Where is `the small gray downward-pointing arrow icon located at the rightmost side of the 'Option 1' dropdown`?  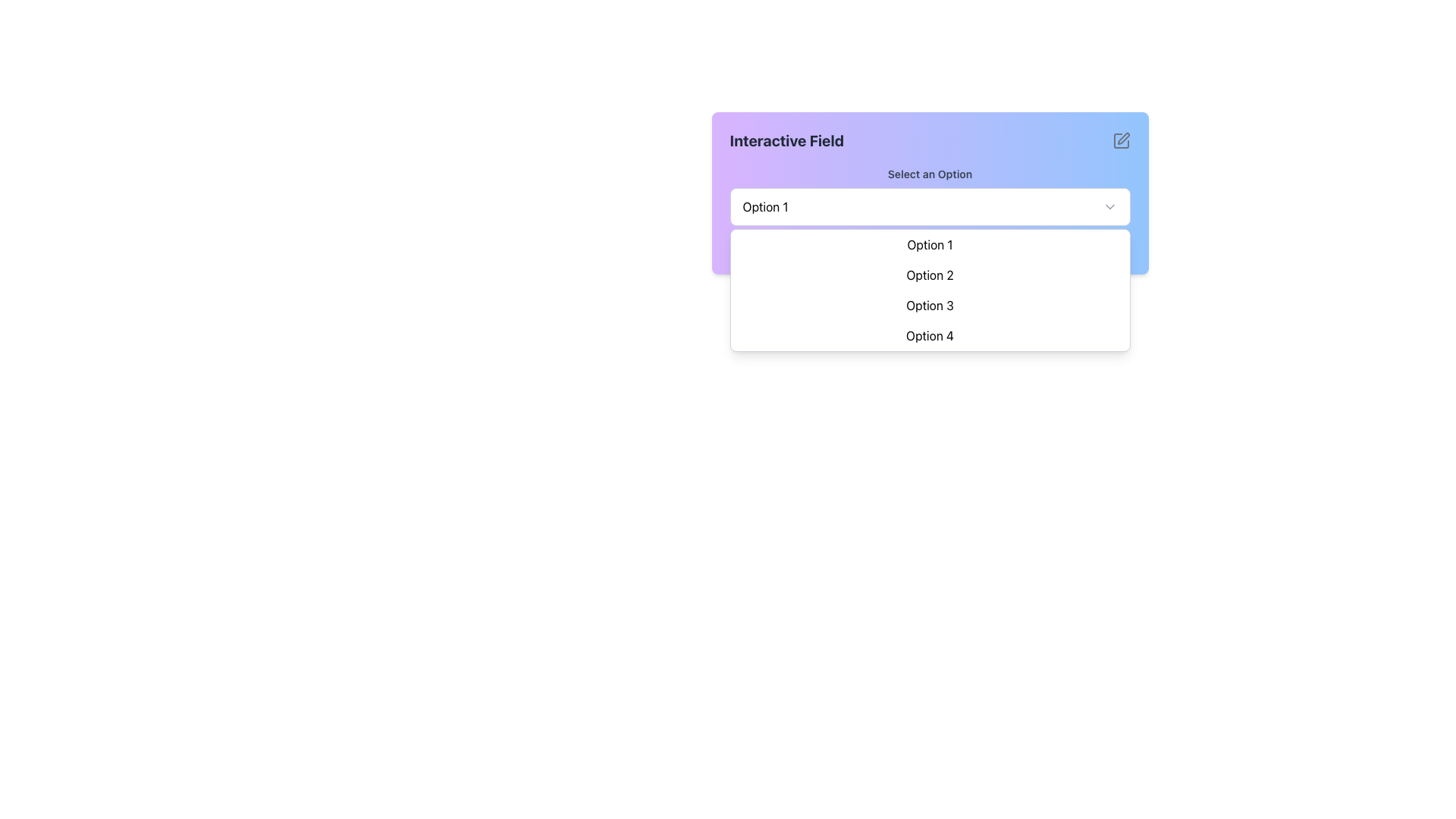 the small gray downward-pointing arrow icon located at the rightmost side of the 'Option 1' dropdown is located at coordinates (1109, 207).